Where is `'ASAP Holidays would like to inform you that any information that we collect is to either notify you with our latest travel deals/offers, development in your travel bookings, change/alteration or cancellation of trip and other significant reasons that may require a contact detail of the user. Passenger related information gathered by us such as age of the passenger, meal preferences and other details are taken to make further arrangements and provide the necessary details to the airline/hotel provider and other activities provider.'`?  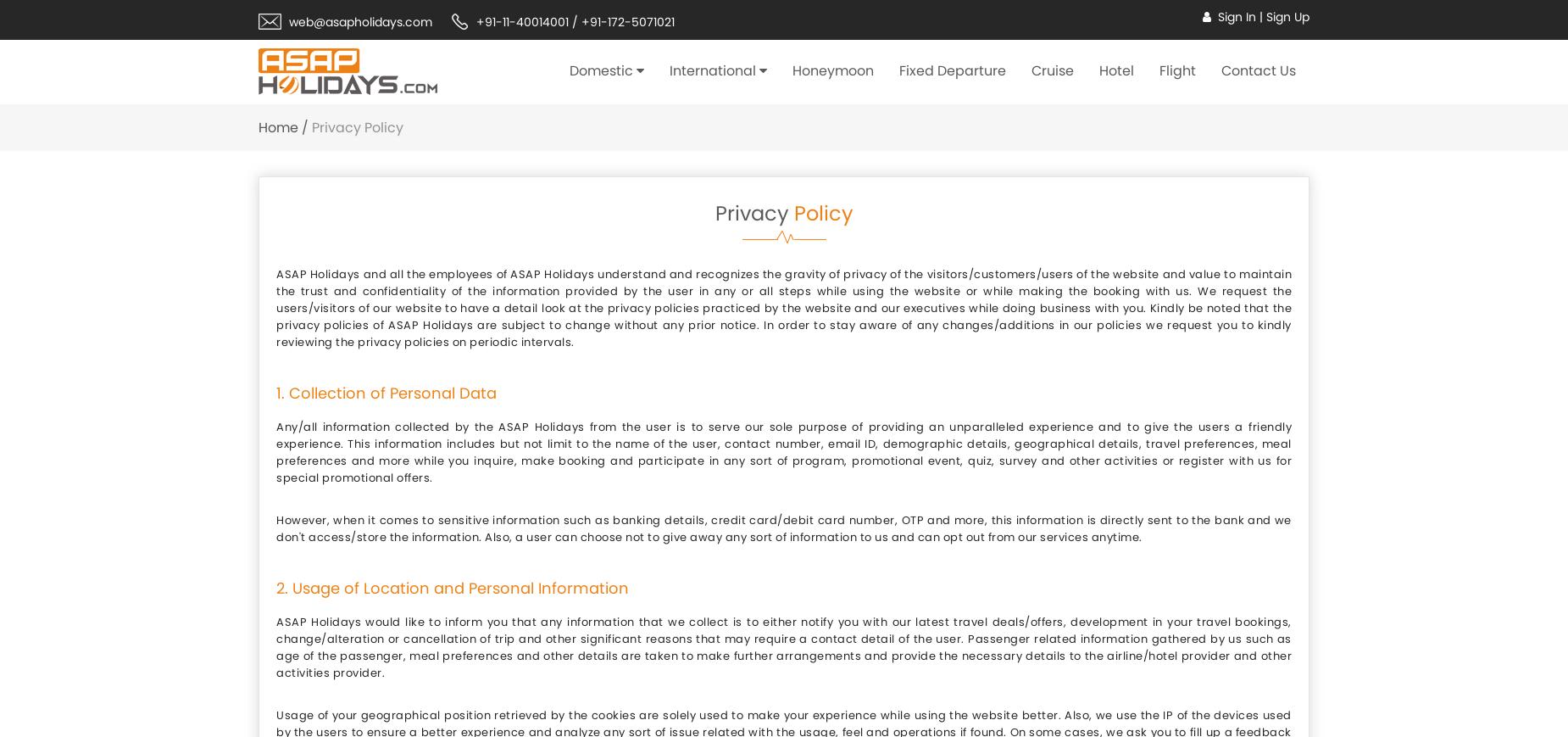
'ASAP Holidays would like to inform you that any information that we collect is to either notify you with our latest travel deals/offers, development in your travel bookings, change/alteration or cancellation of trip and other significant reasons that may require a contact detail of the user. Passenger related information gathered by us such as age of the passenger, meal preferences and other details are taken to make further arrangements and provide the necessary details to the airline/hotel provider and other activities provider.' is located at coordinates (784, 646).